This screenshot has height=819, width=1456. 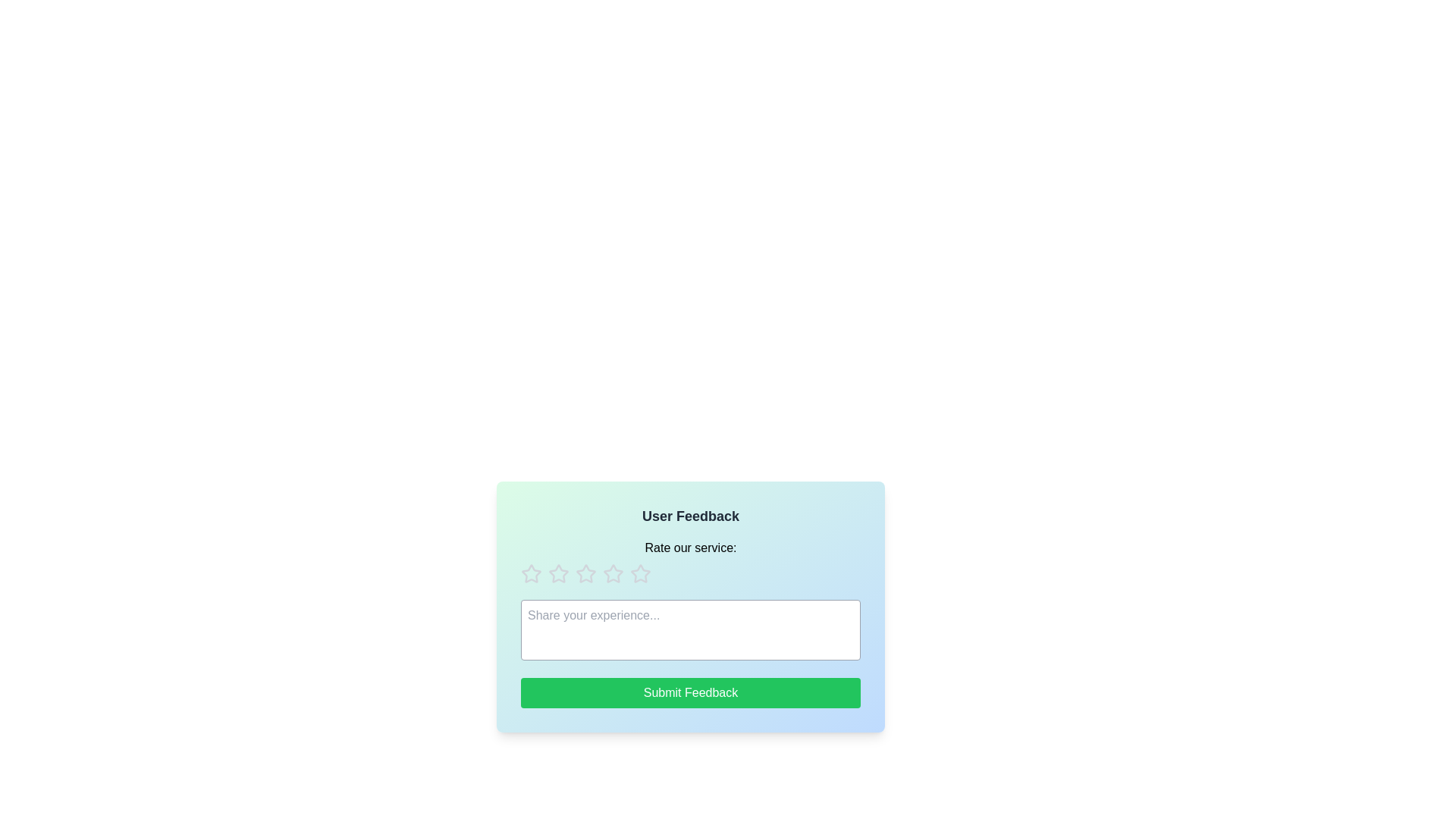 I want to click on the third star in the horizontal row of five rating stars, which is gray by default and turns yellow when hovered, so click(x=558, y=573).